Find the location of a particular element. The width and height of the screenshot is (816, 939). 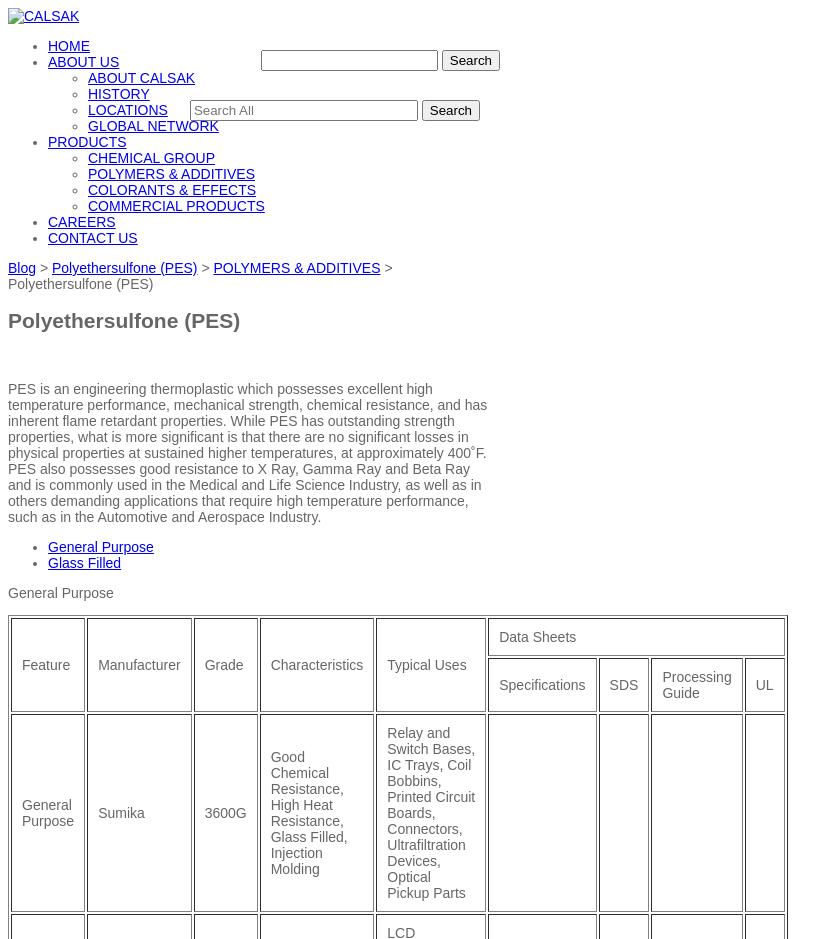

'Sumika' is located at coordinates (121, 811).